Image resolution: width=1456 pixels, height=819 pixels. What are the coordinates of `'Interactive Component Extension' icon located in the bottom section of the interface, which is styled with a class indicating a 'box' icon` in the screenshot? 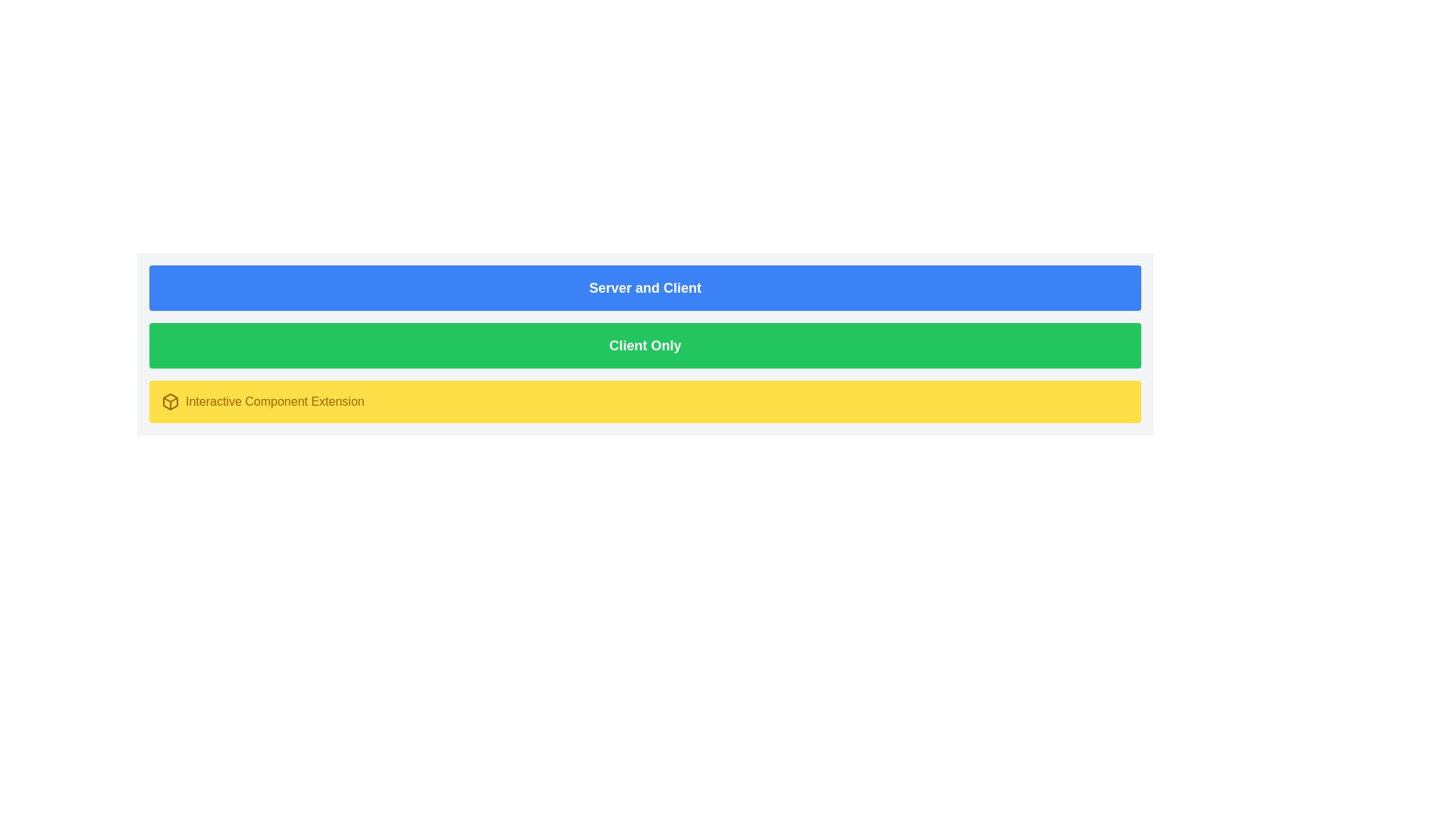 It's located at (171, 400).